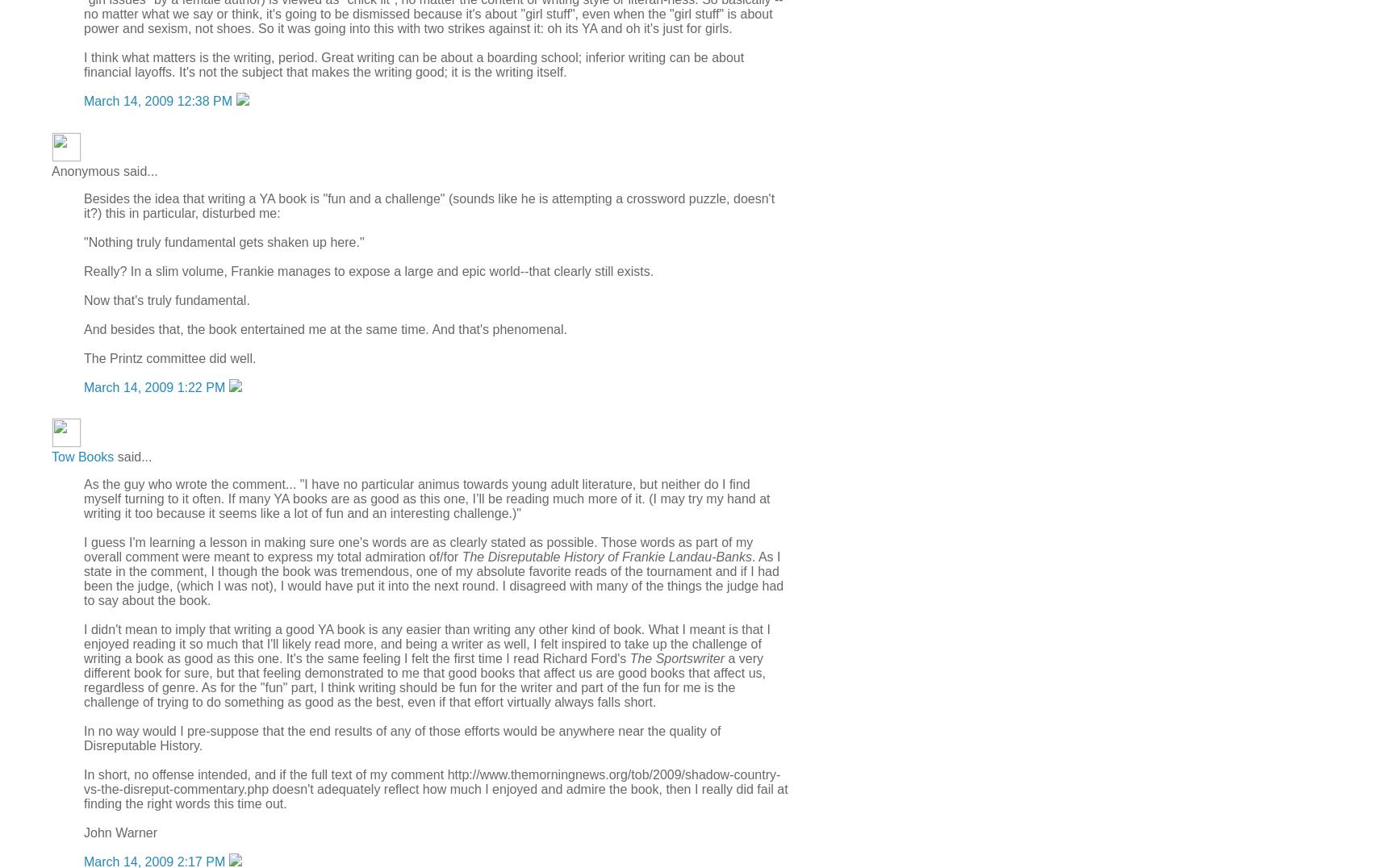  Describe the element at coordinates (628, 657) in the screenshot. I see `'The Sportswriter'` at that location.